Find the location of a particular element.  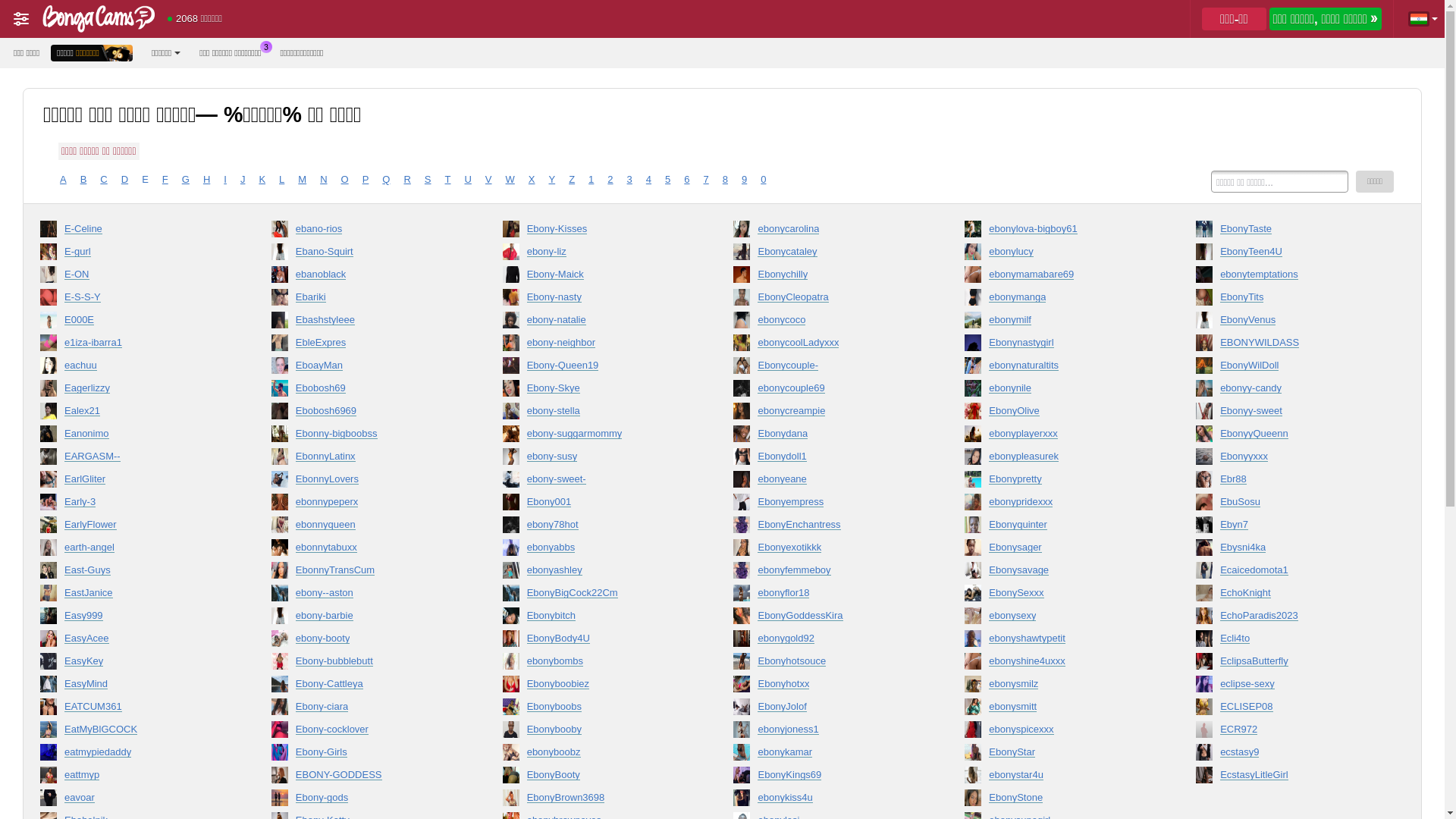

'EarlGliter' is located at coordinates (134, 482).